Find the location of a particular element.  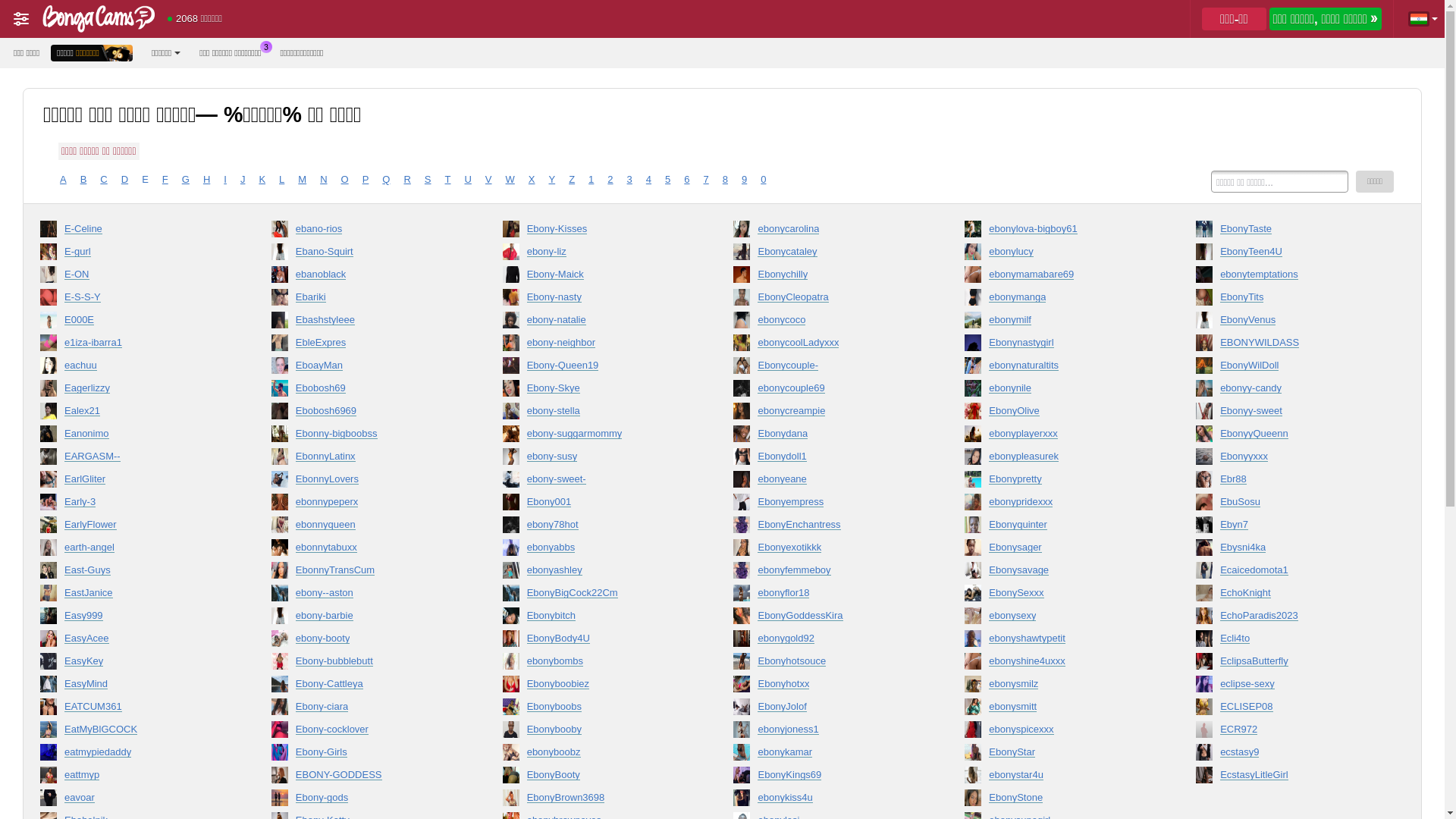

'EarlGliter' is located at coordinates (134, 482).